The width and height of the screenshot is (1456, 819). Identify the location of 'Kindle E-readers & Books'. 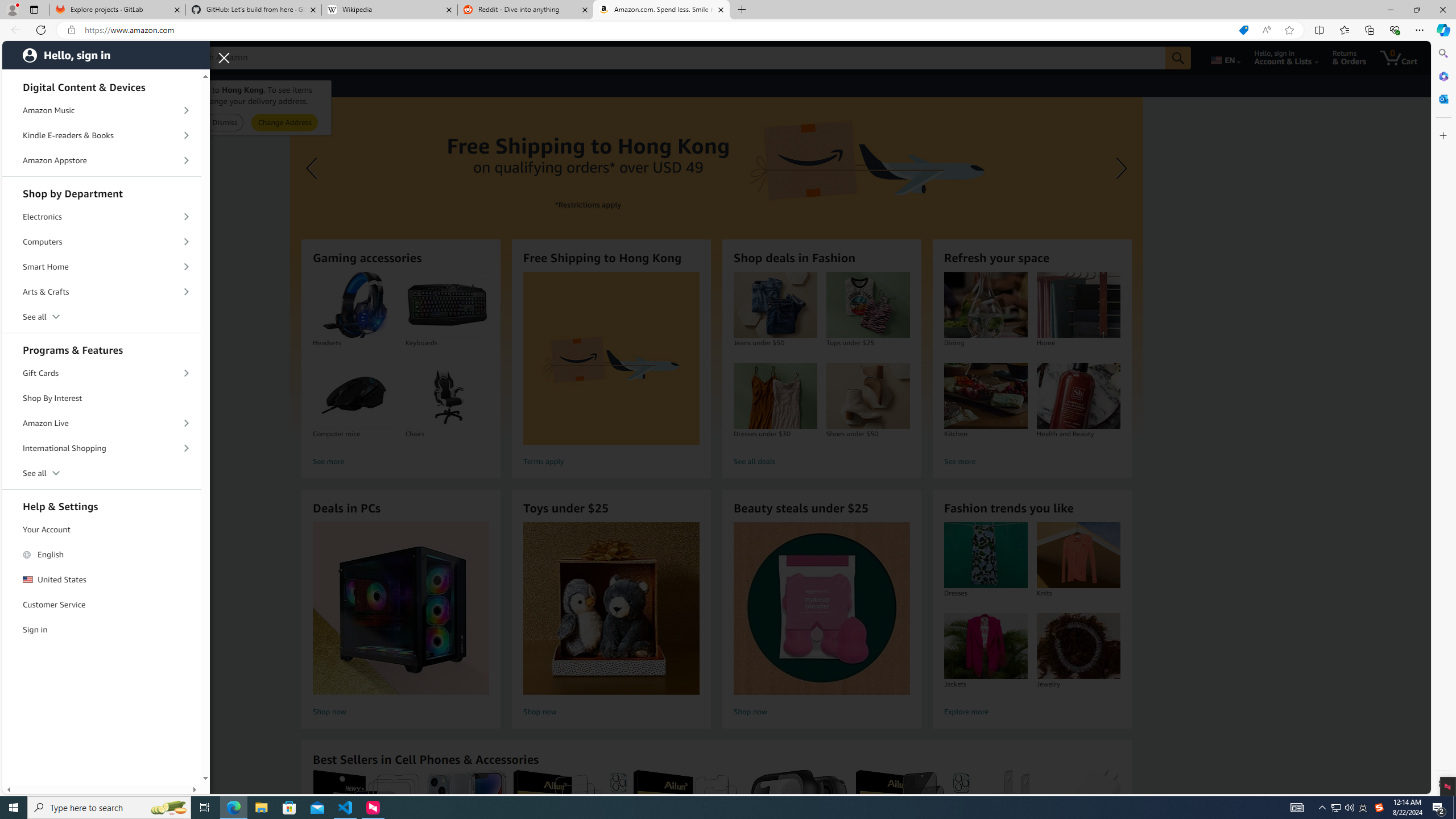
(102, 135).